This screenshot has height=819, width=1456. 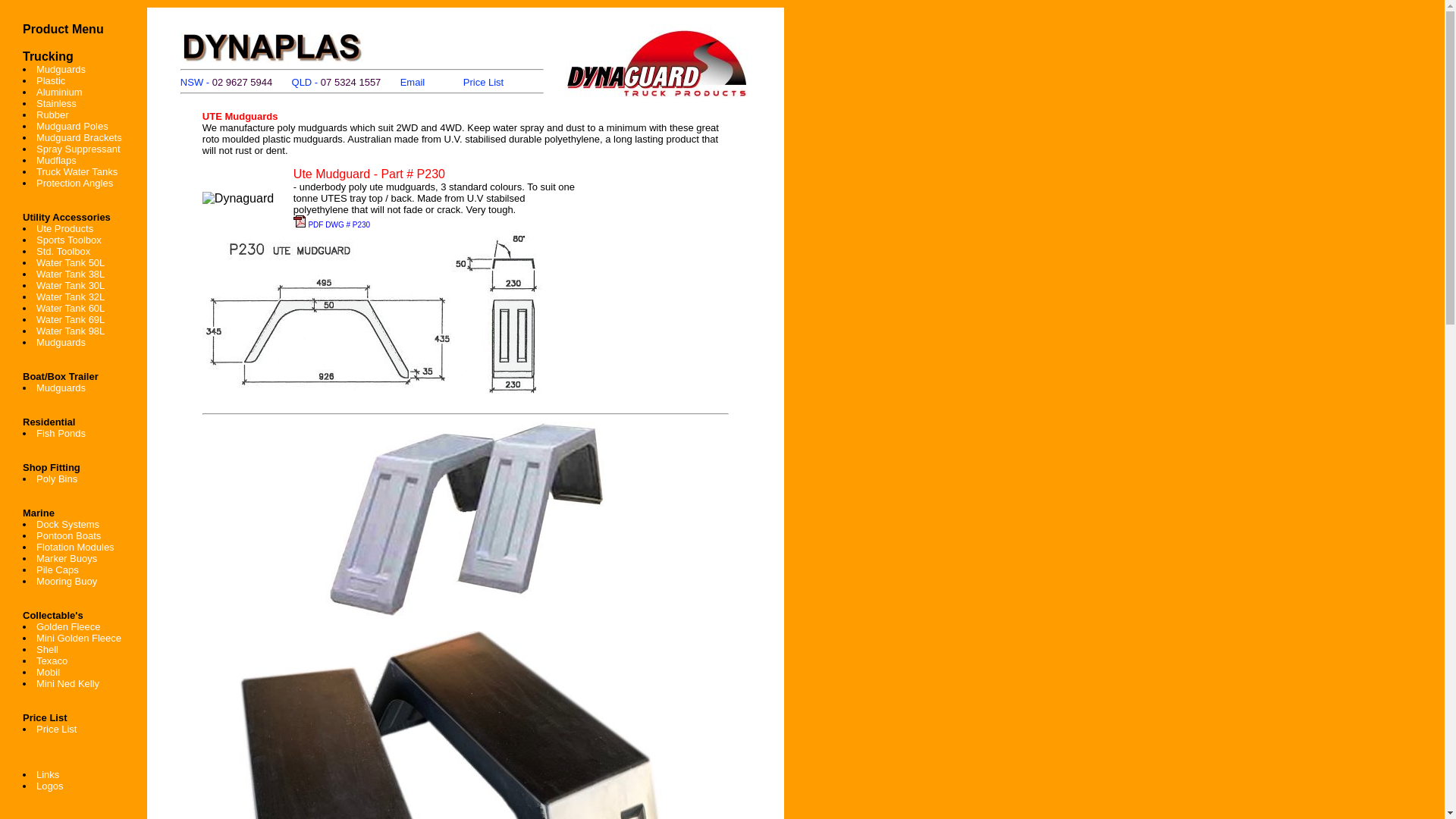 I want to click on 'Water Tank 60L', so click(x=36, y=307).